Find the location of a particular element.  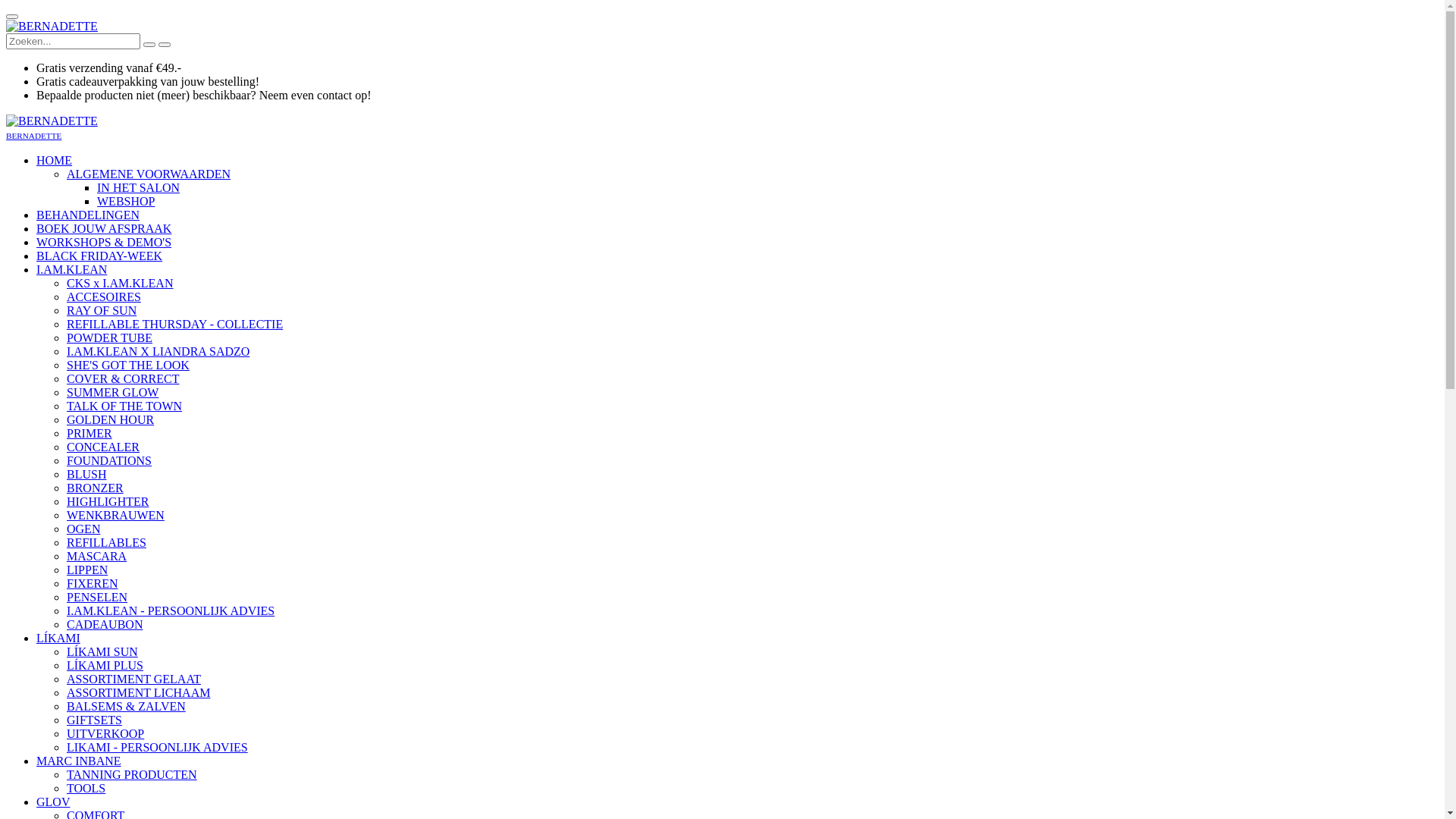

'WENKBRAUWEN' is located at coordinates (115, 514).